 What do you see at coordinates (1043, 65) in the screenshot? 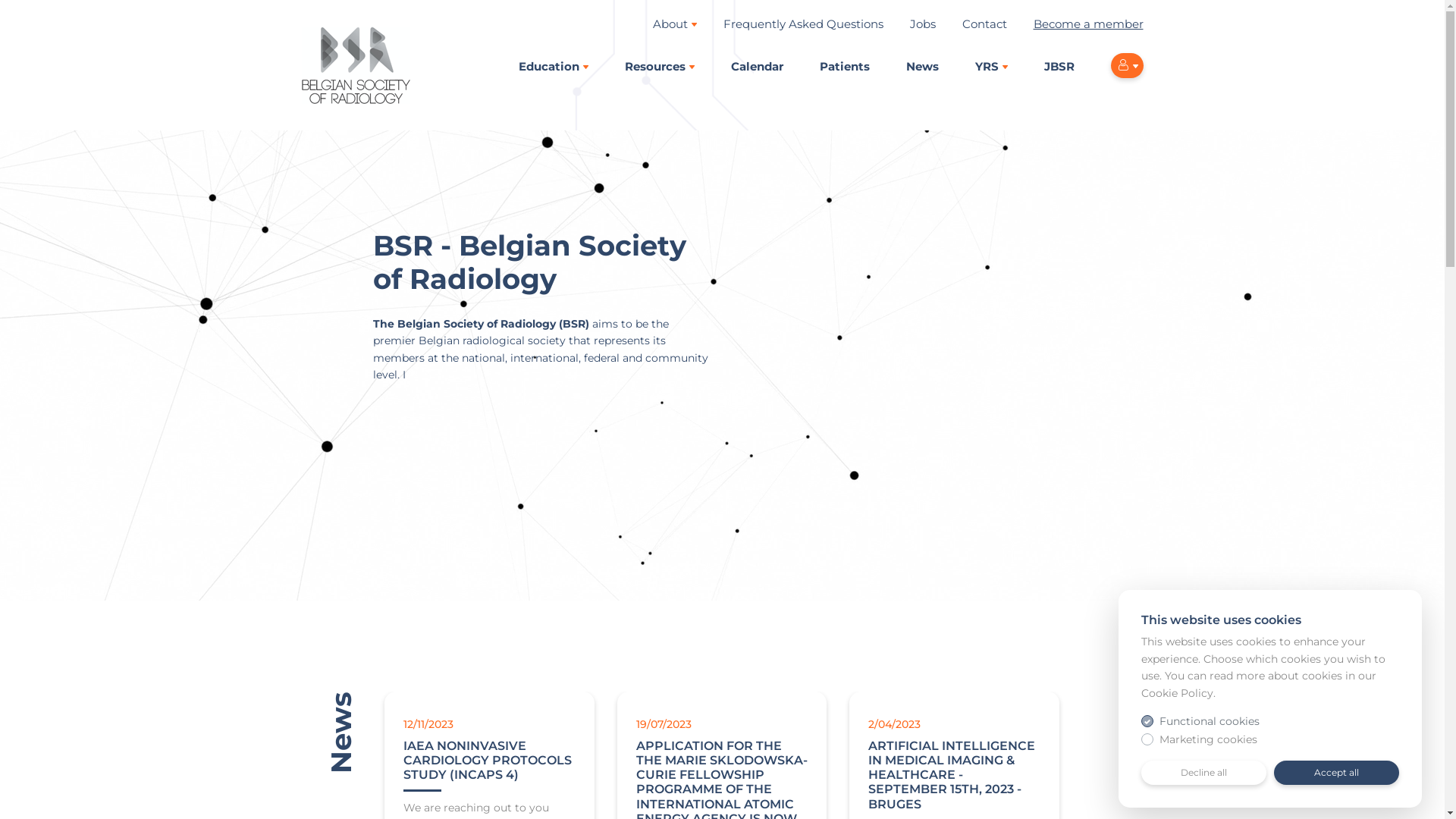
I see `'JBSR'` at bounding box center [1043, 65].